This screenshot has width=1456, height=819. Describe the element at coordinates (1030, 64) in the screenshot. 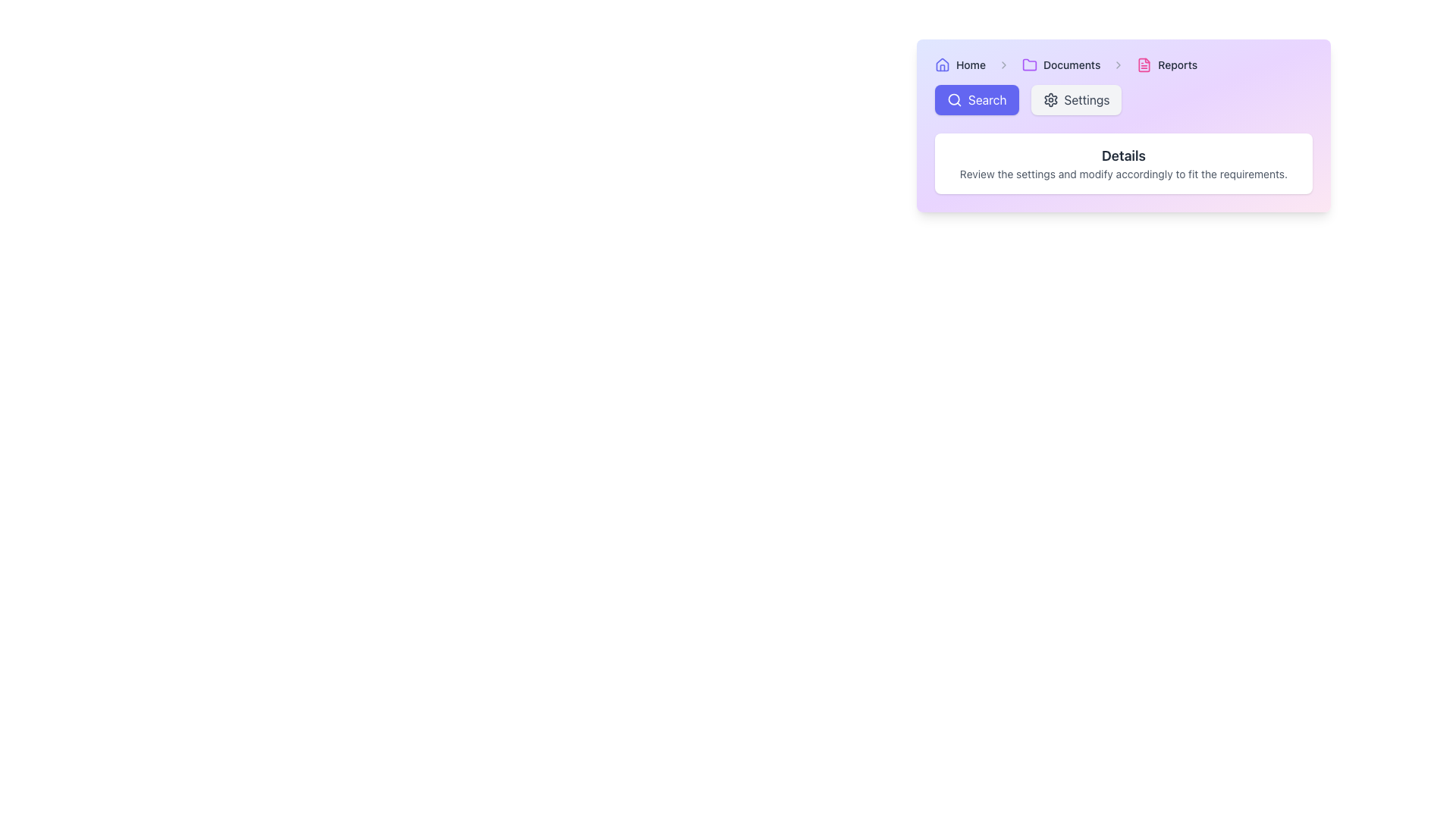

I see `the folder icon in the breadcrumb navigation, which is positioned to the left of the text 'Documents'` at that location.